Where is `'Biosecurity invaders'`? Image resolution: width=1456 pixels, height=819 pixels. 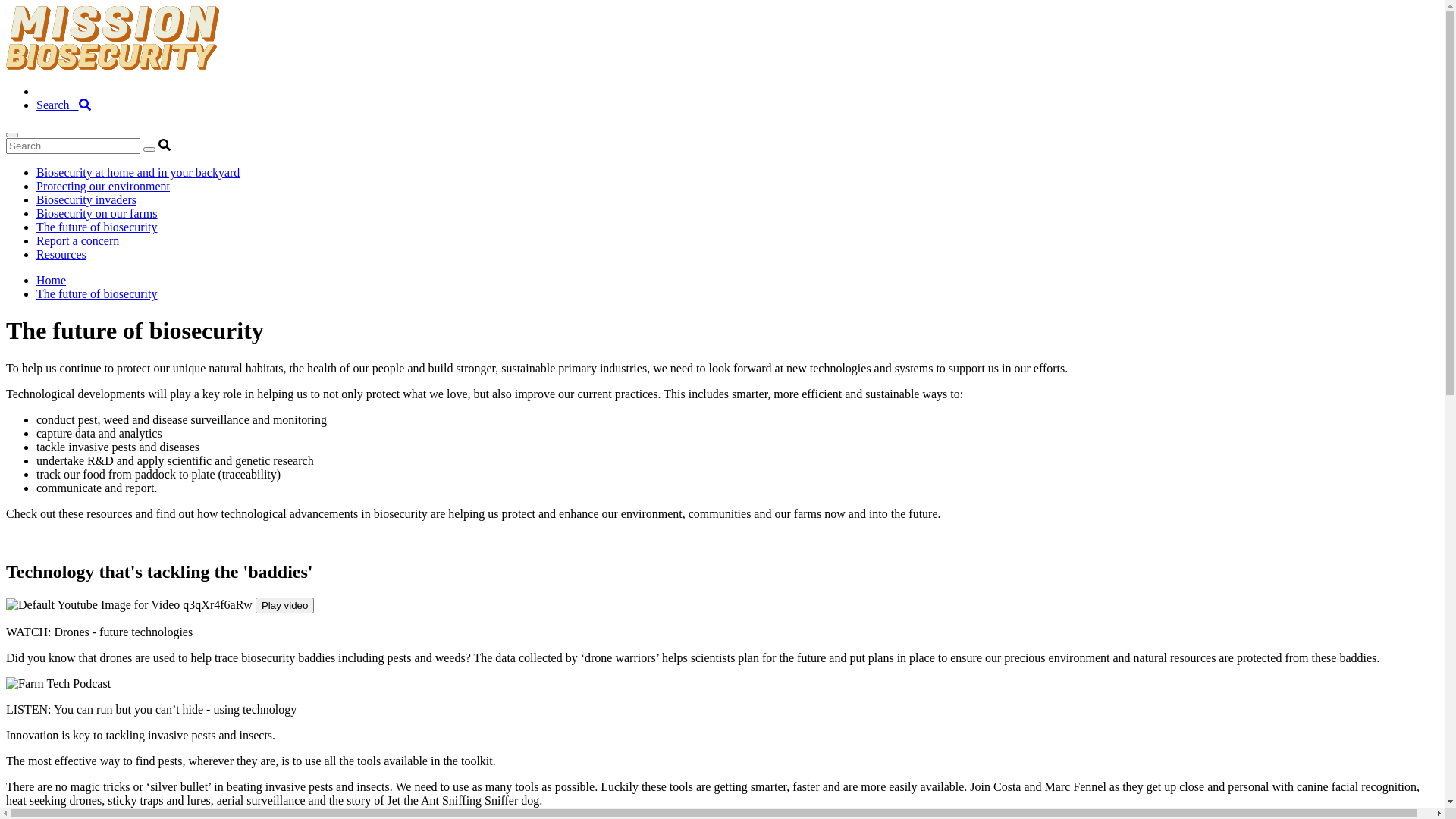
'Biosecurity invaders' is located at coordinates (86, 199).